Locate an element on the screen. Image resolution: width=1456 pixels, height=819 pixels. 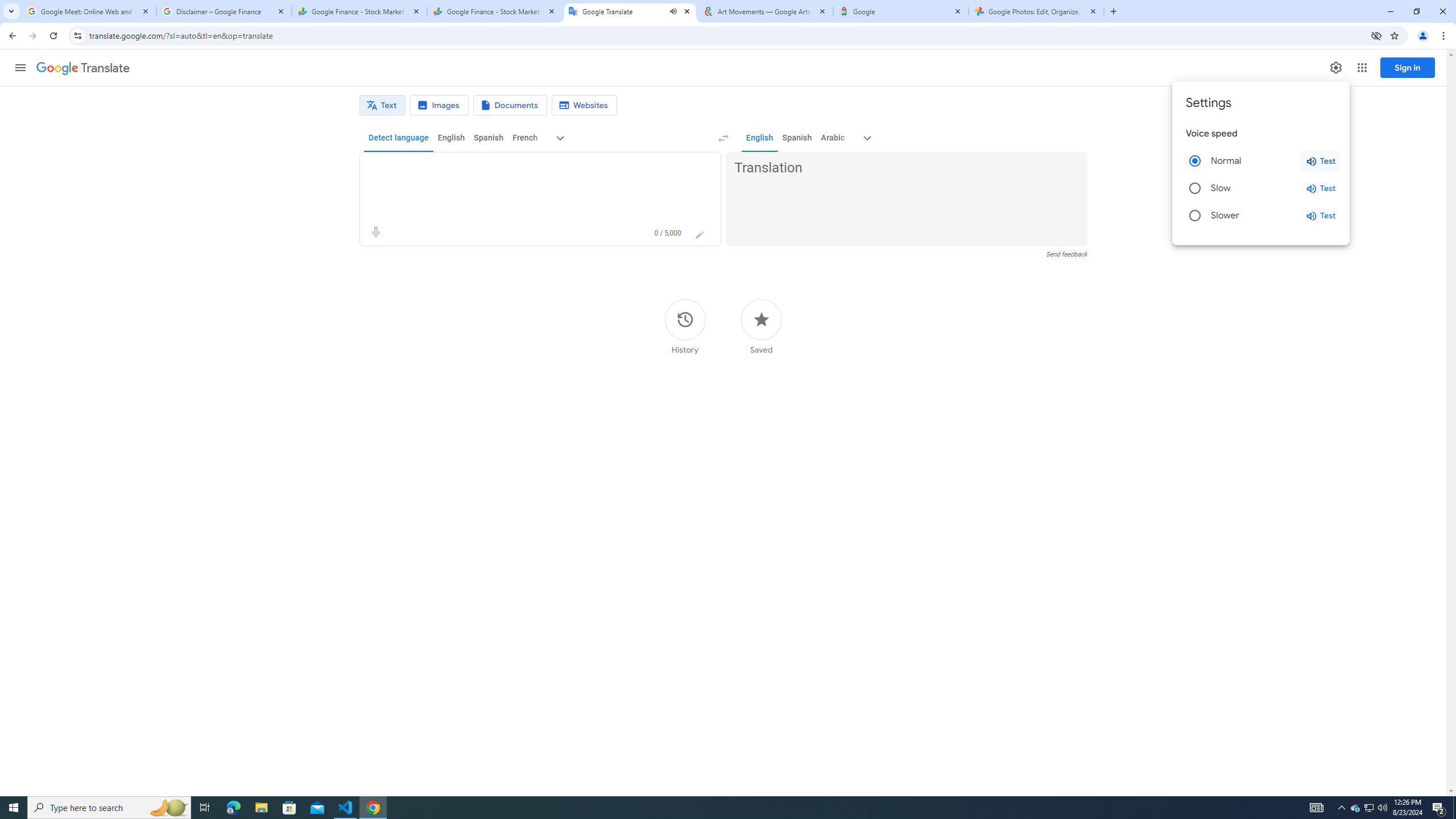
'0 of 5,000 characters used' is located at coordinates (667, 233).